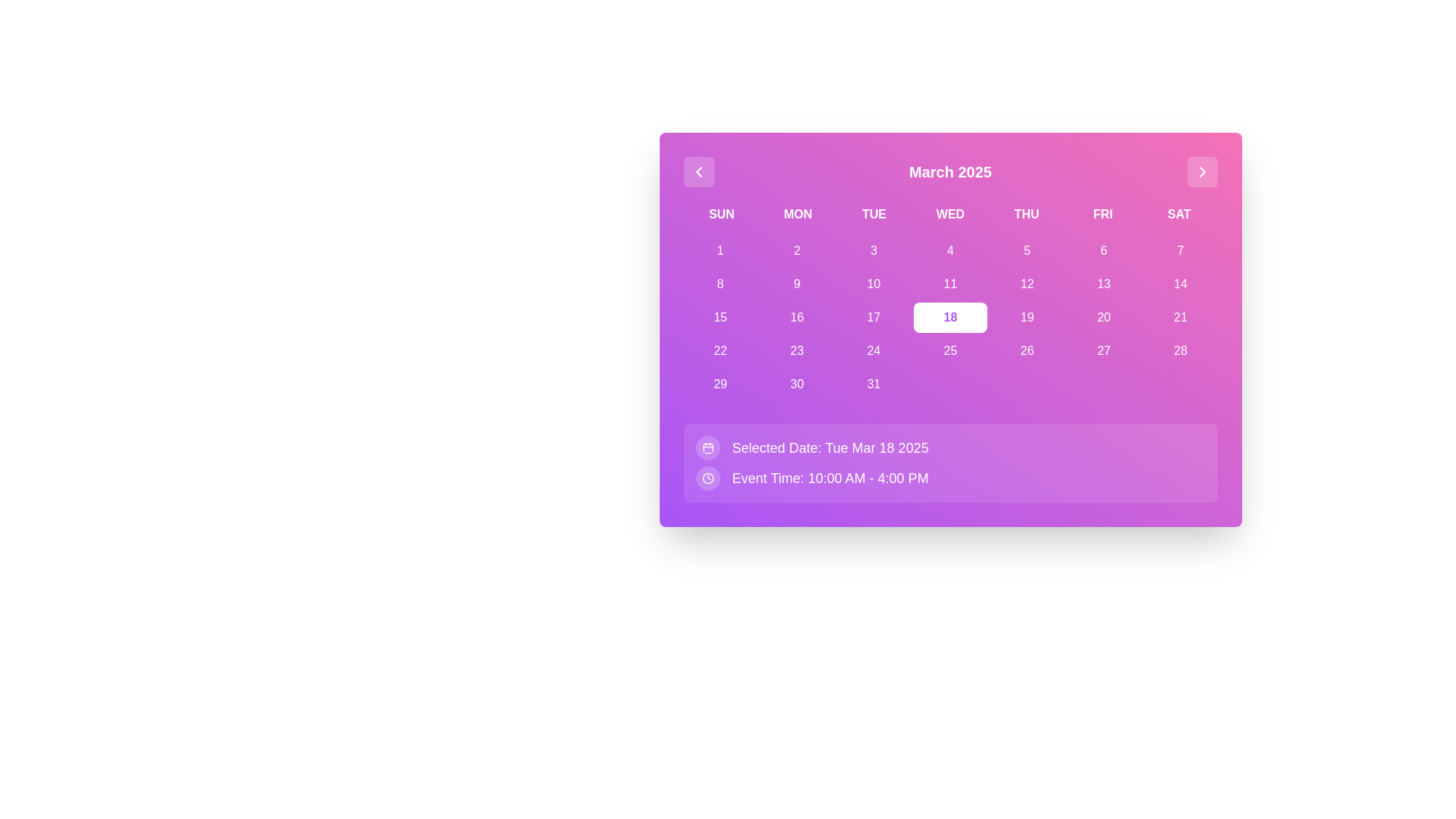 The height and width of the screenshot is (819, 1456). I want to click on the static label group displaying the days of the week (Sun, Mon, Tue, etc.) located at the top of the calendar interface, just below the month and year title, so click(949, 214).